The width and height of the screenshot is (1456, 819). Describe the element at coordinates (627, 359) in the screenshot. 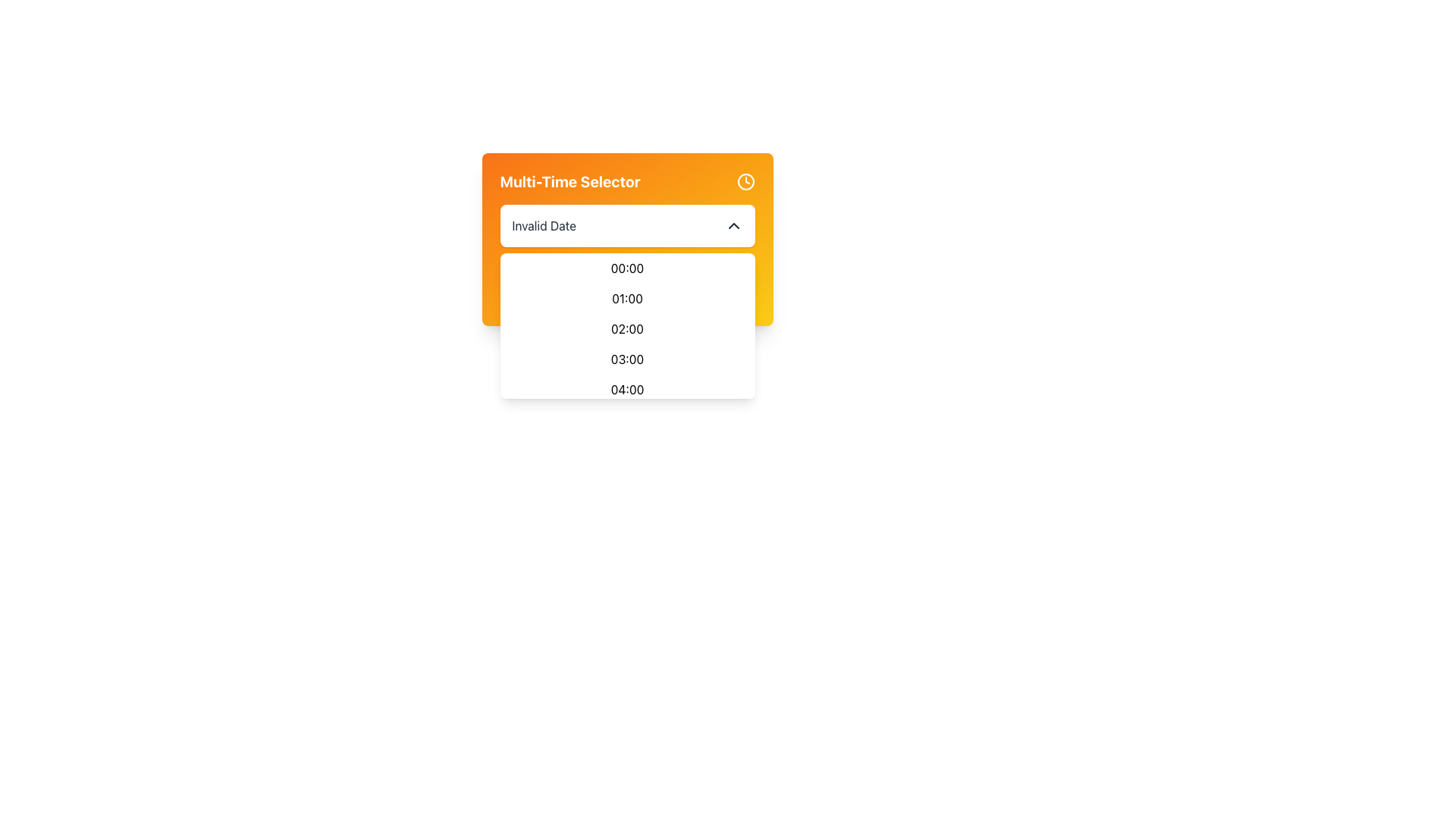

I see `the dropdown list item displaying '03:00' to trigger the hover styling effect` at that location.